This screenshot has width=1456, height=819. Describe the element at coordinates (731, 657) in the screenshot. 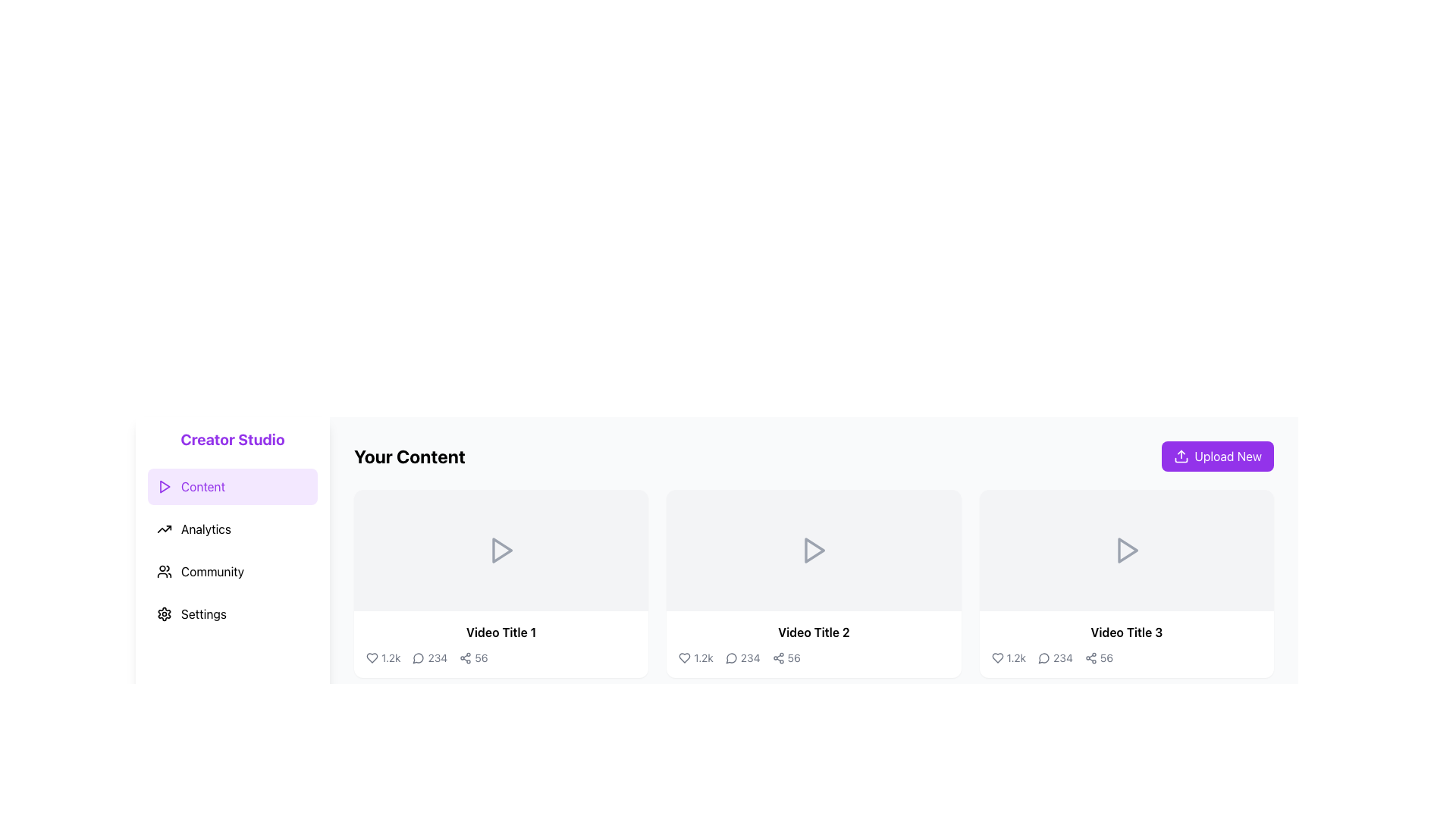

I see `the comment button located underneath the 'Video Title 2' section, between the heart and share icons` at that location.